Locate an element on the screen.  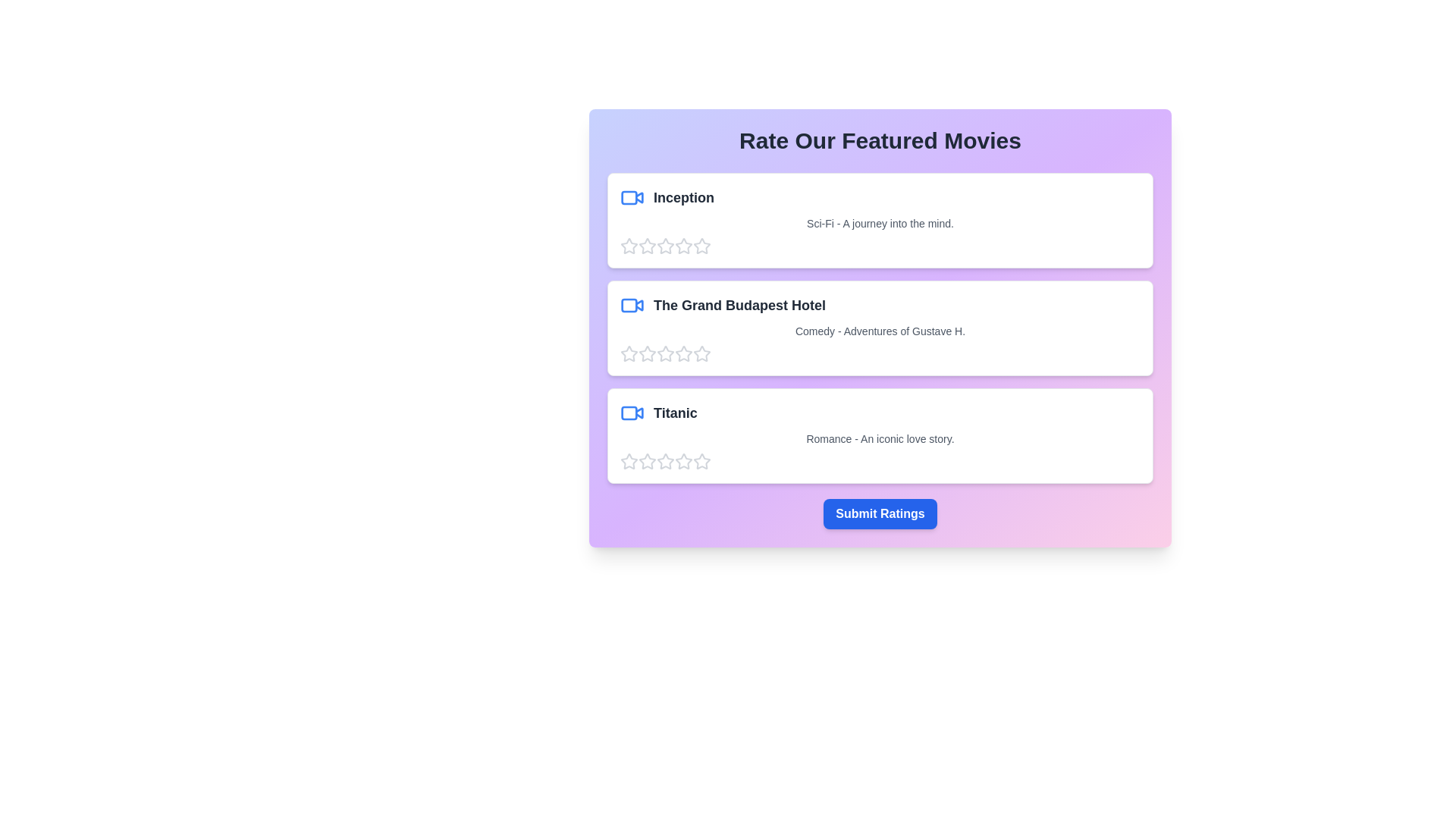
the star corresponding to 3 stars to preview the rating is located at coordinates (666, 245).